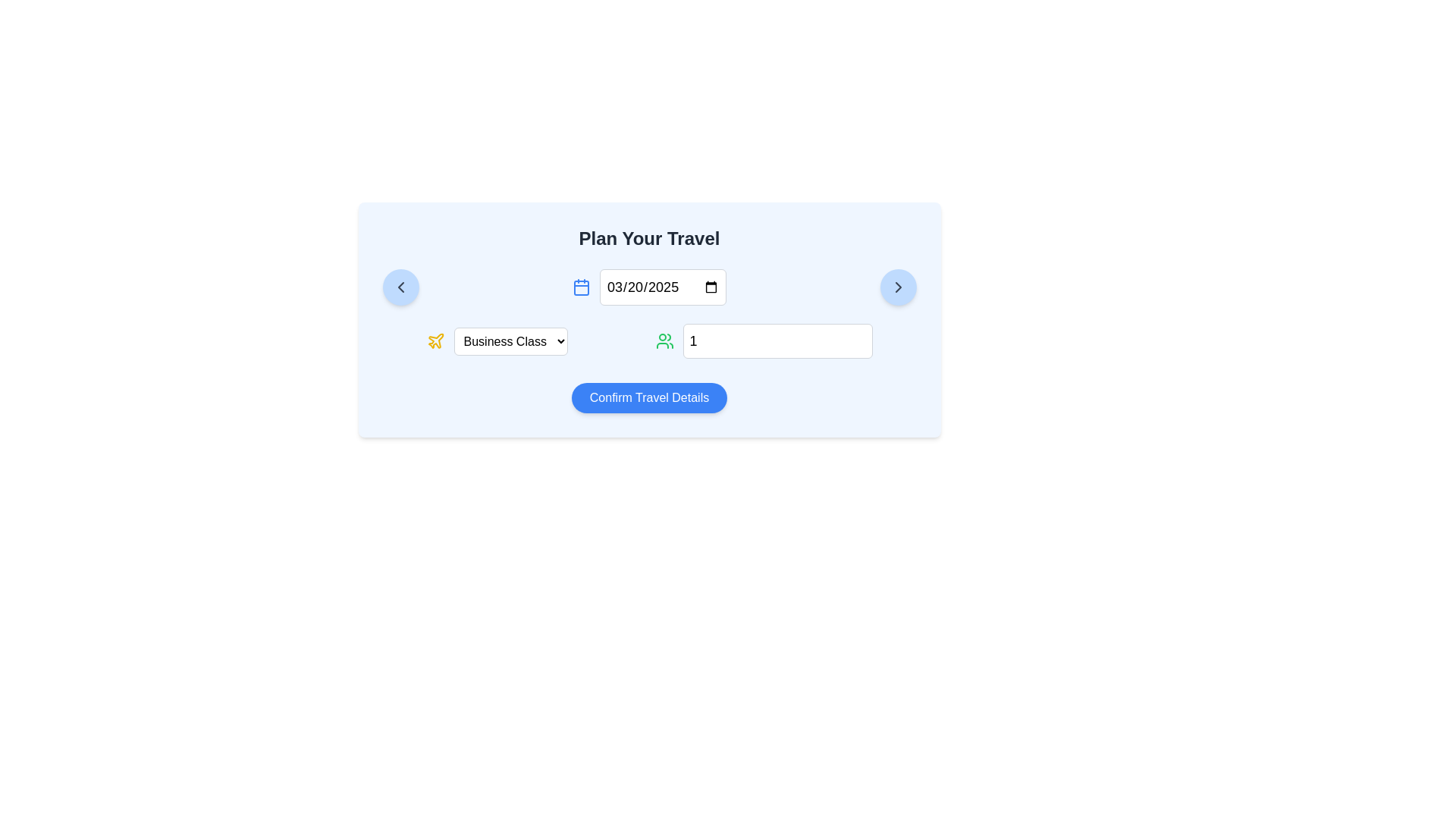 The image size is (1456, 819). Describe the element at coordinates (400, 287) in the screenshot. I see `the left-pointing chevron arrow icon located at the left side of the horizontal layout group` at that location.